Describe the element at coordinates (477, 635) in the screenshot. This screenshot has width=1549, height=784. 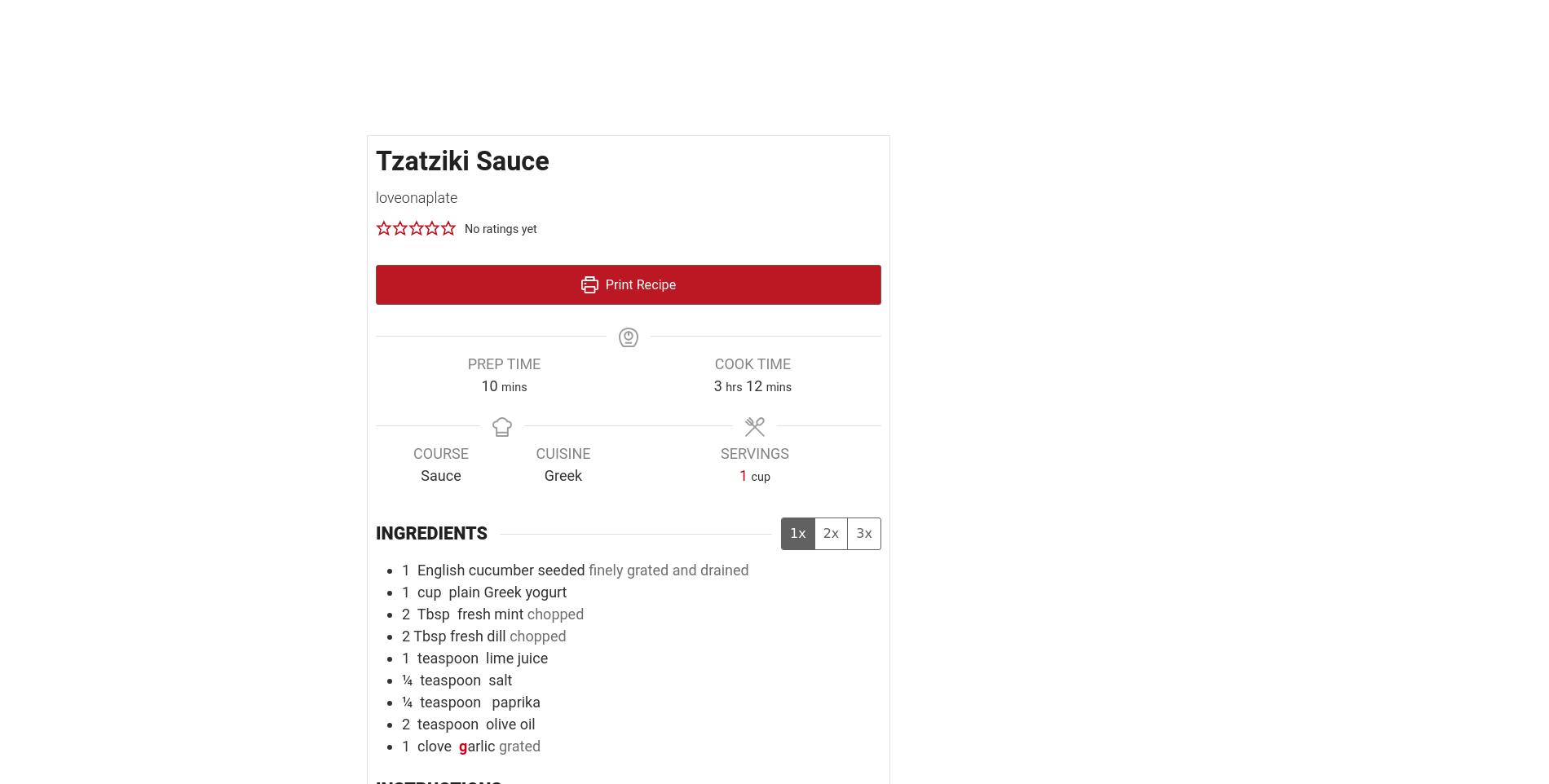
I see `'fresh dill'` at that location.